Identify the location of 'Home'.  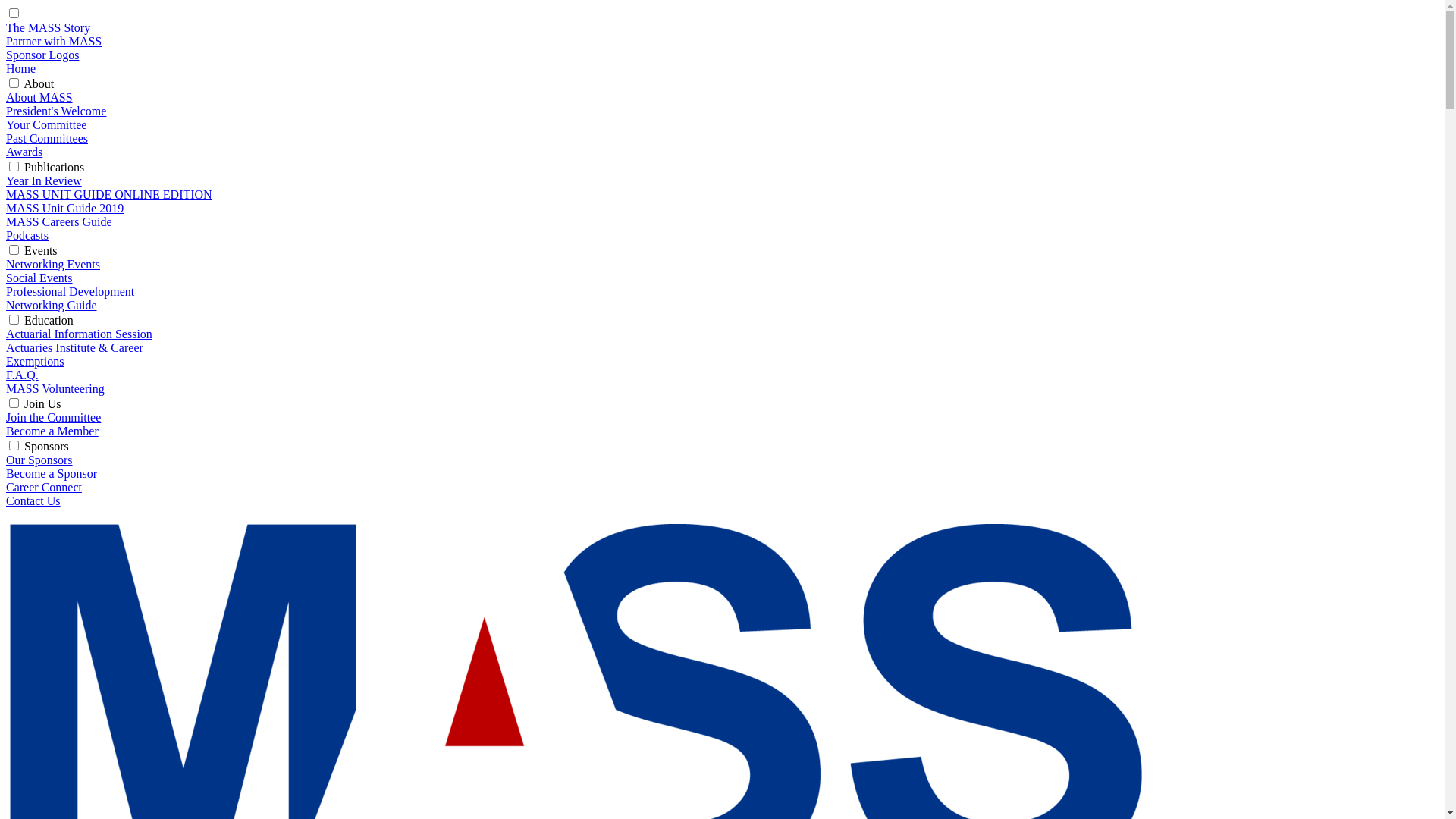
(20, 68).